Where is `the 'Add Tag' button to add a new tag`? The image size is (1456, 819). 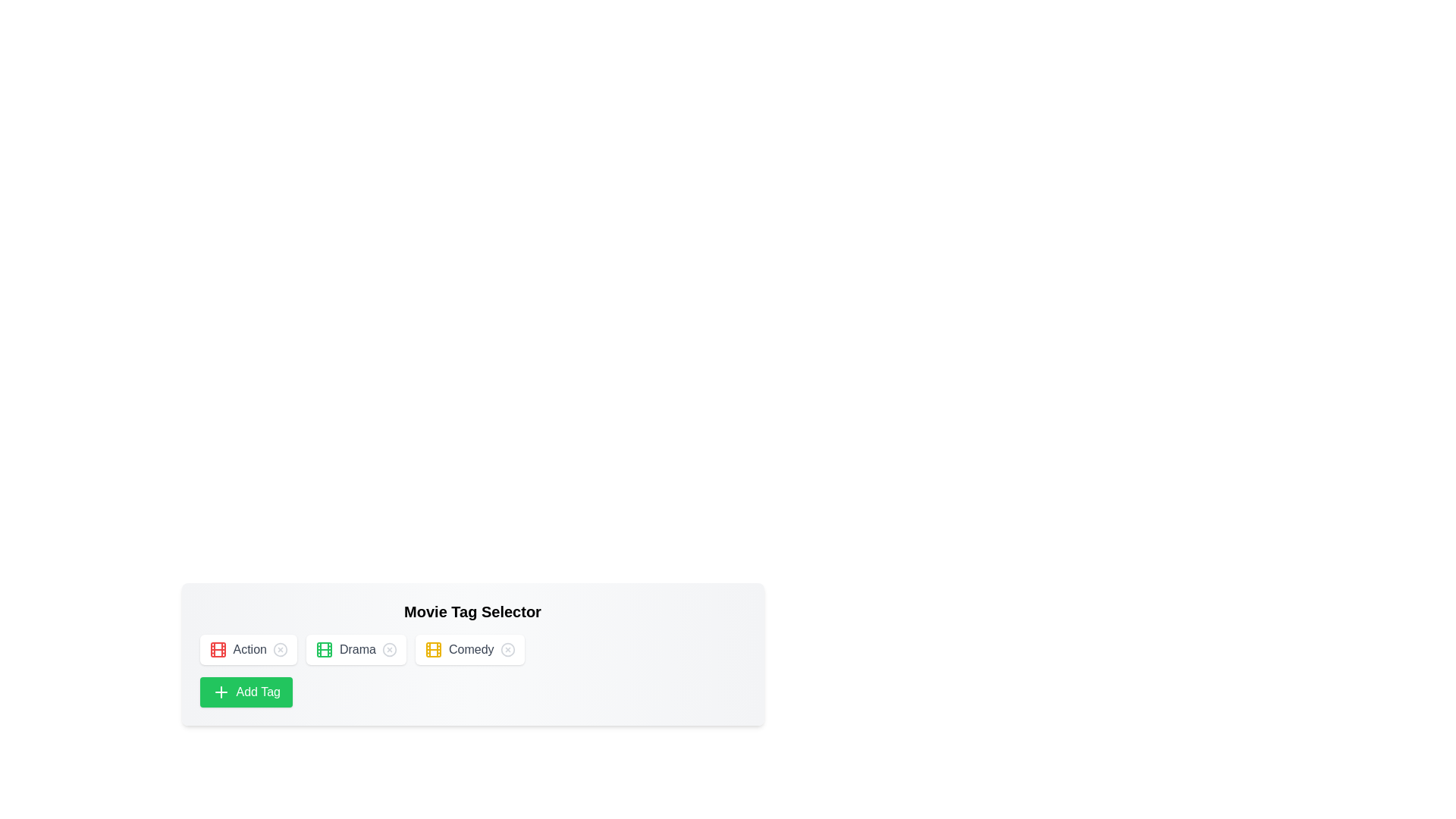 the 'Add Tag' button to add a new tag is located at coordinates (246, 692).